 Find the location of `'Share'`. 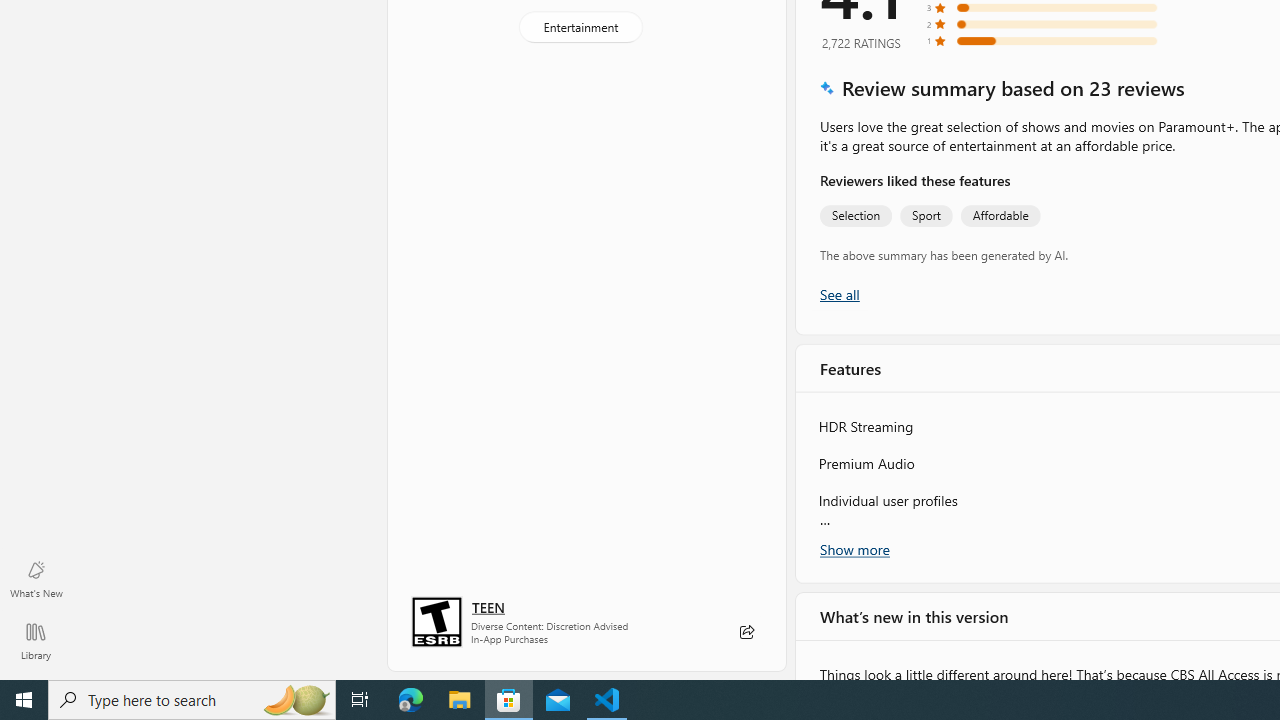

'Share' is located at coordinates (745, 632).